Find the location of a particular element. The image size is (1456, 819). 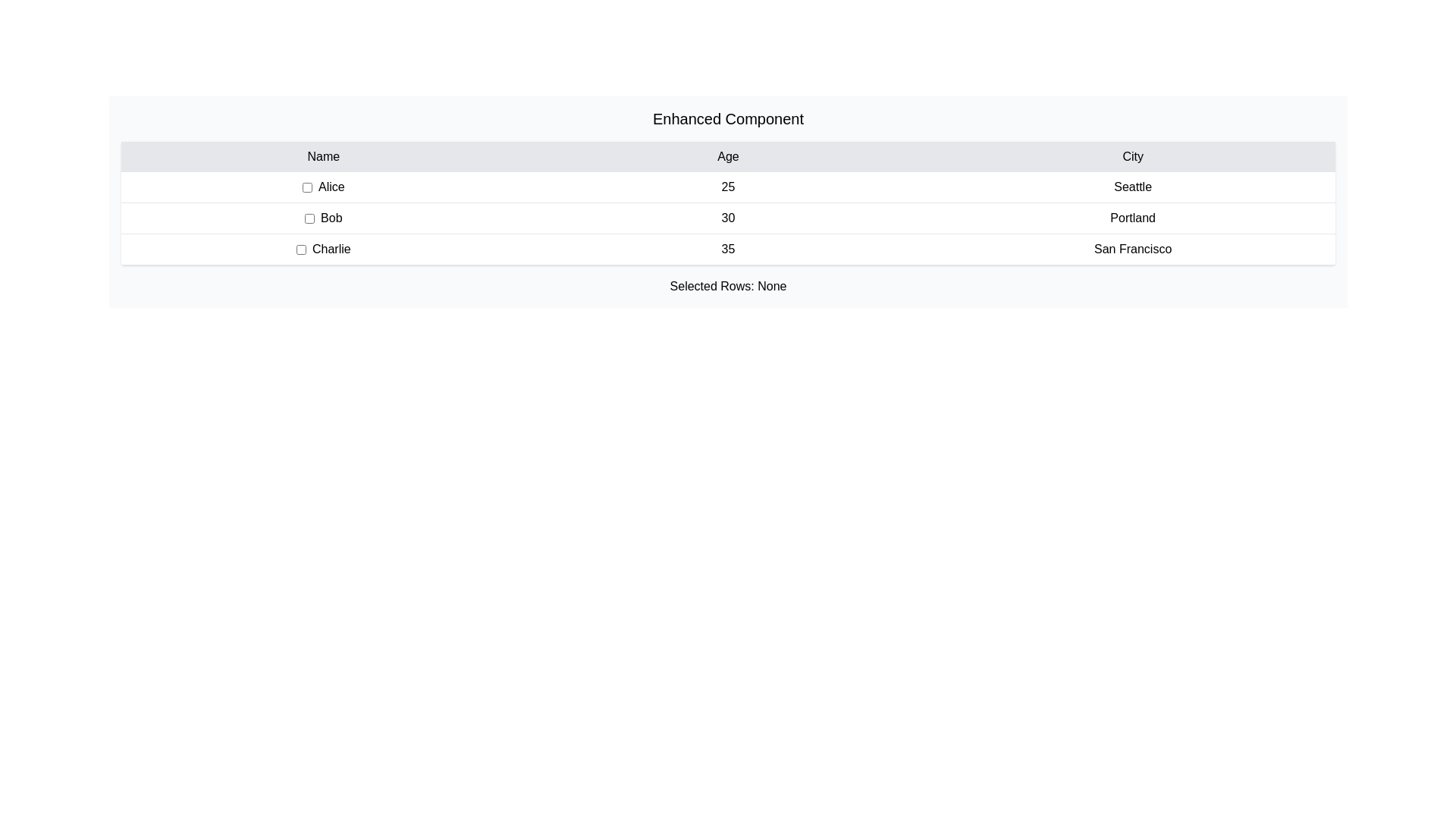

the static text displaying the city name in the third column of the first row of the data table, which corresponds to the entry for 'Alice' is located at coordinates (1133, 186).